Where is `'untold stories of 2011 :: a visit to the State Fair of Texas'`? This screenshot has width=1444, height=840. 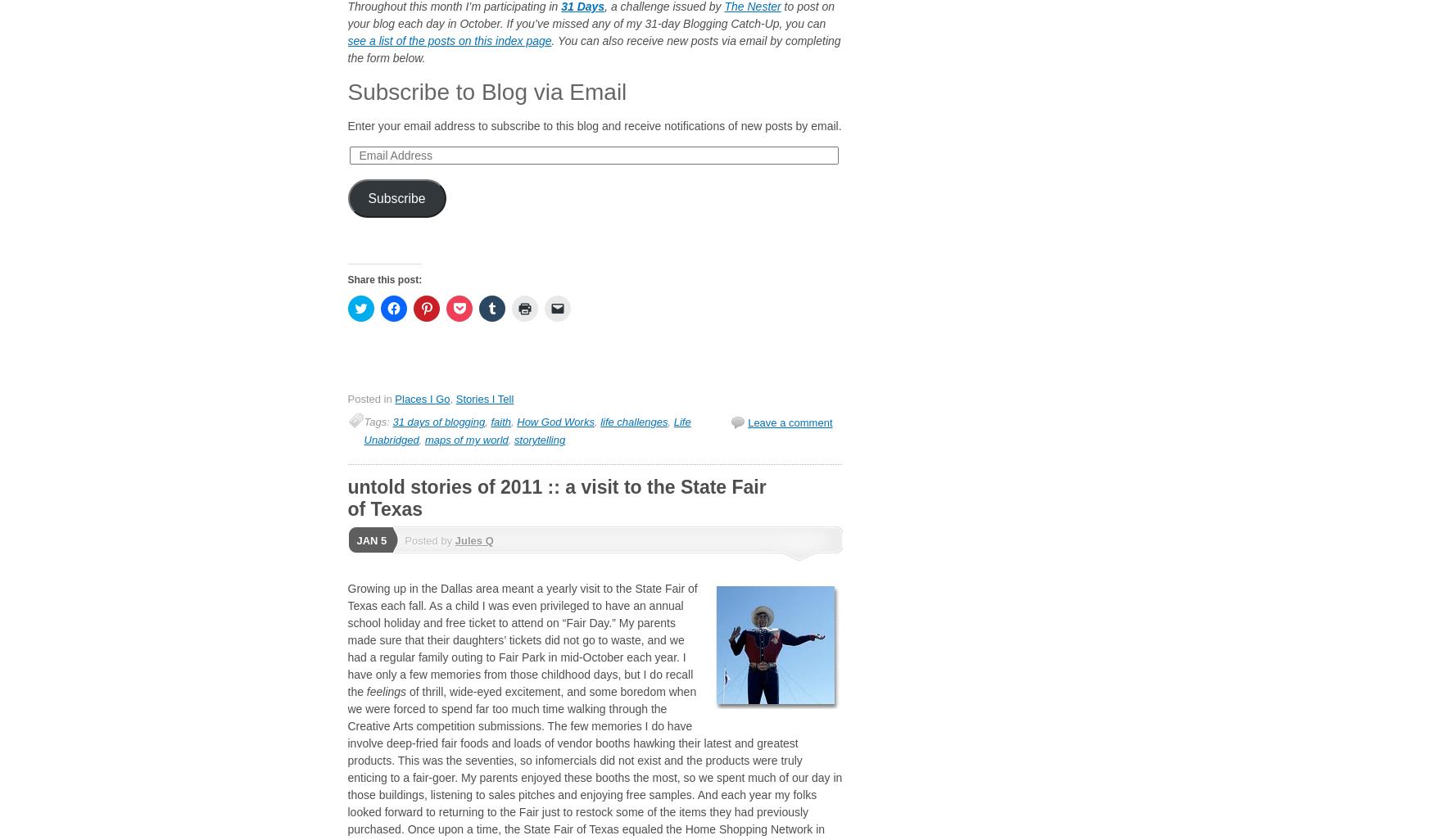 'untold stories of 2011 :: a visit to the State Fair of Texas' is located at coordinates (556, 496).